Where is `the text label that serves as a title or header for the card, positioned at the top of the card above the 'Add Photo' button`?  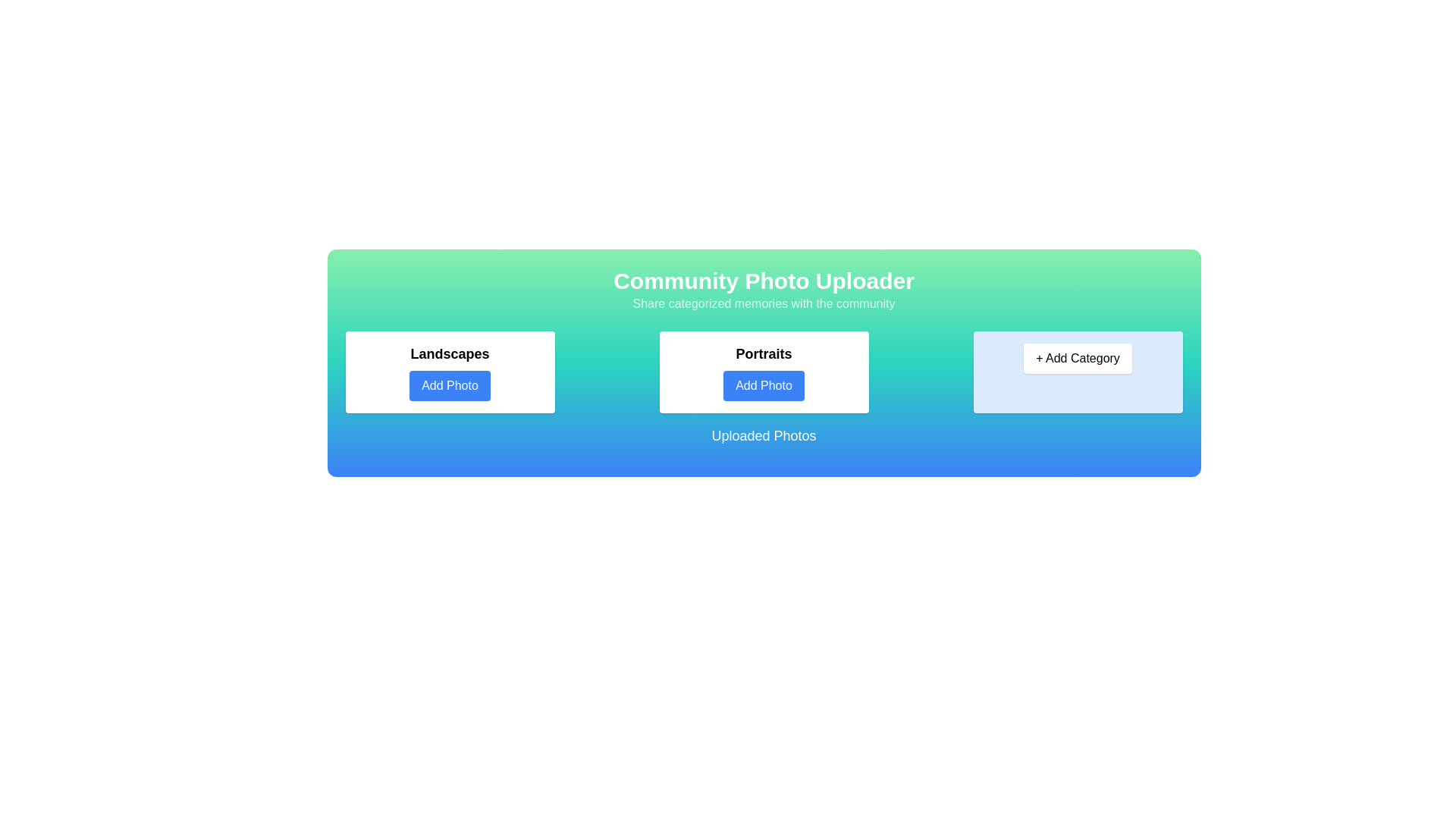
the text label that serves as a title or header for the card, positioned at the top of the card above the 'Add Photo' button is located at coordinates (764, 353).